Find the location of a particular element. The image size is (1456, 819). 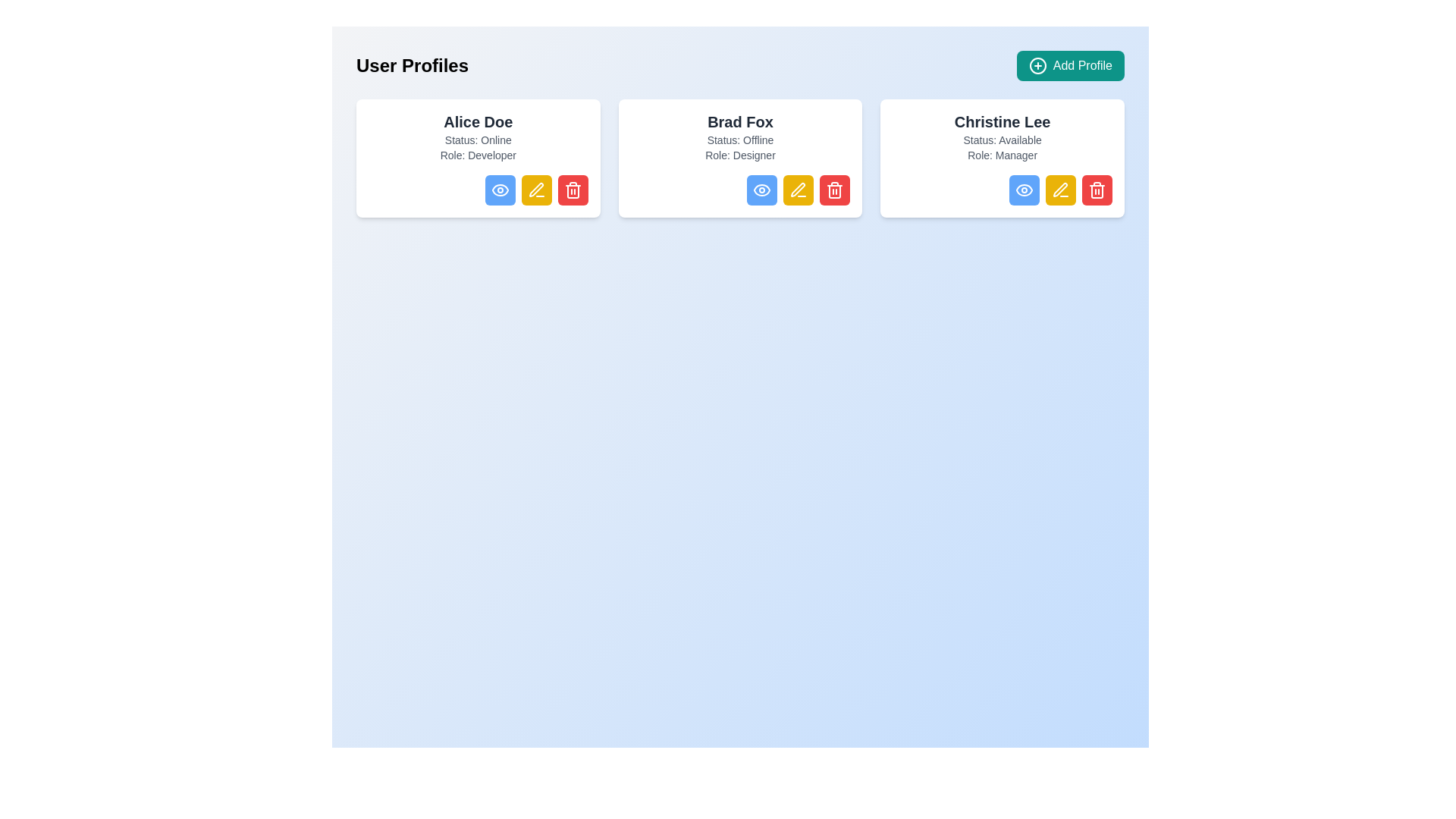

the rounded rectangular button with a blue background and white eye icon located in the bottom-right section of Brad Fox's user profile card for keyboard interaction is located at coordinates (762, 189).